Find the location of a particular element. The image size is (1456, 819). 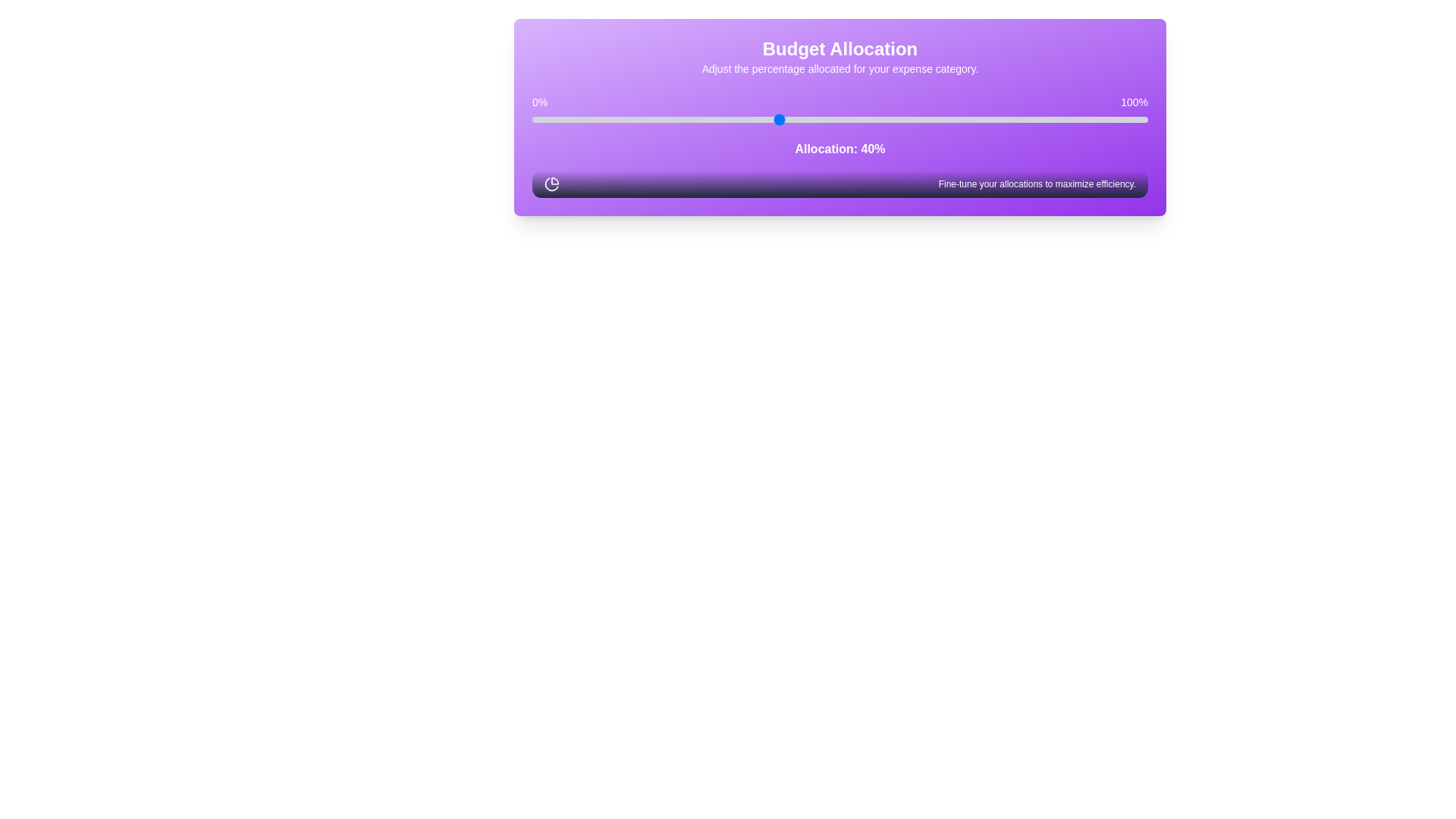

the Informational Component which is a horizontal bar with a gradient background and contains a pie chart icon and text reading 'Fine-tune your allocations to maximize efficiency.' located at the bottom of the 'Budget Allocation' card is located at coordinates (839, 184).